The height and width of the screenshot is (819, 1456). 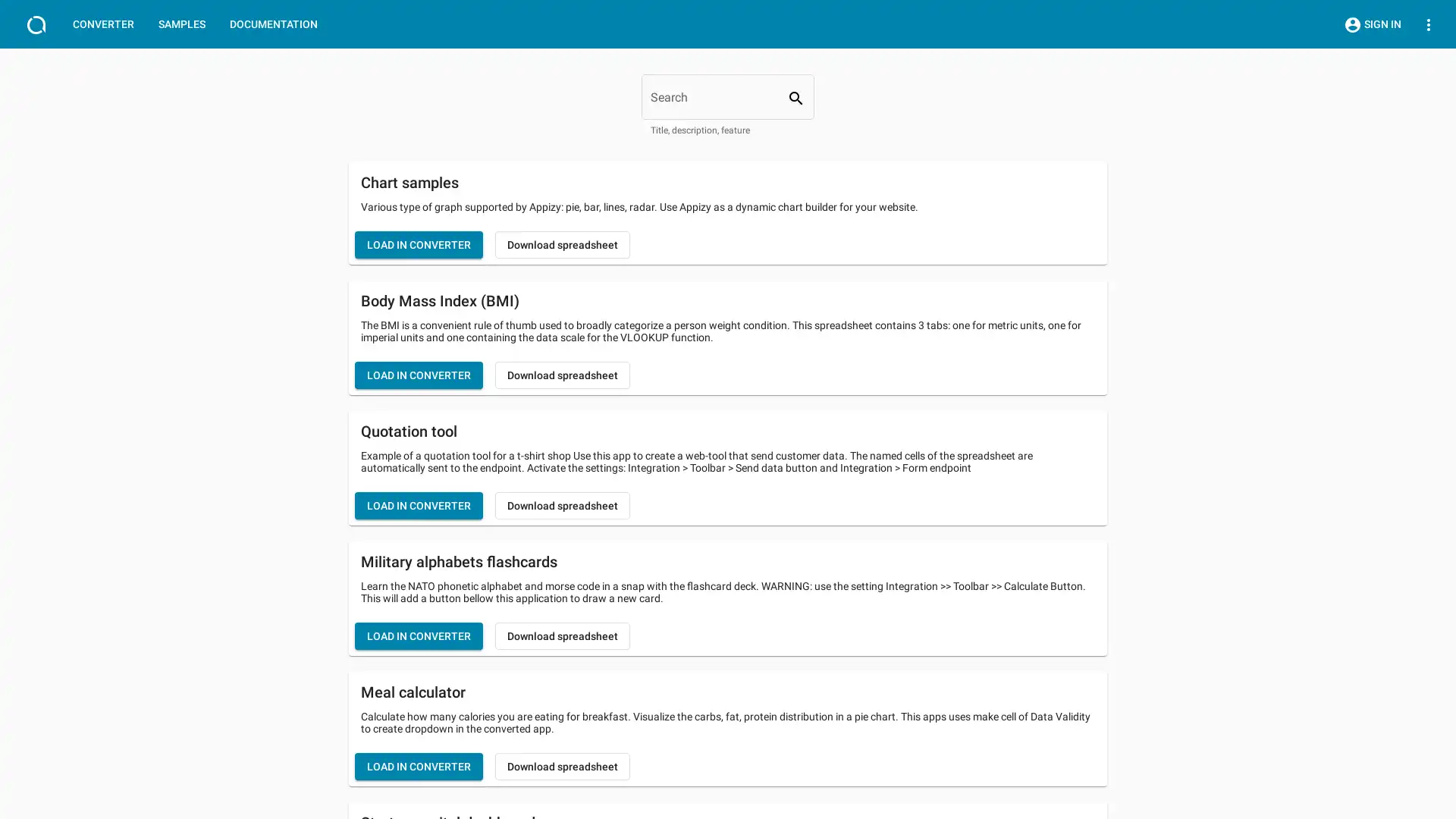 I want to click on Download spreadsheet, so click(x=562, y=375).